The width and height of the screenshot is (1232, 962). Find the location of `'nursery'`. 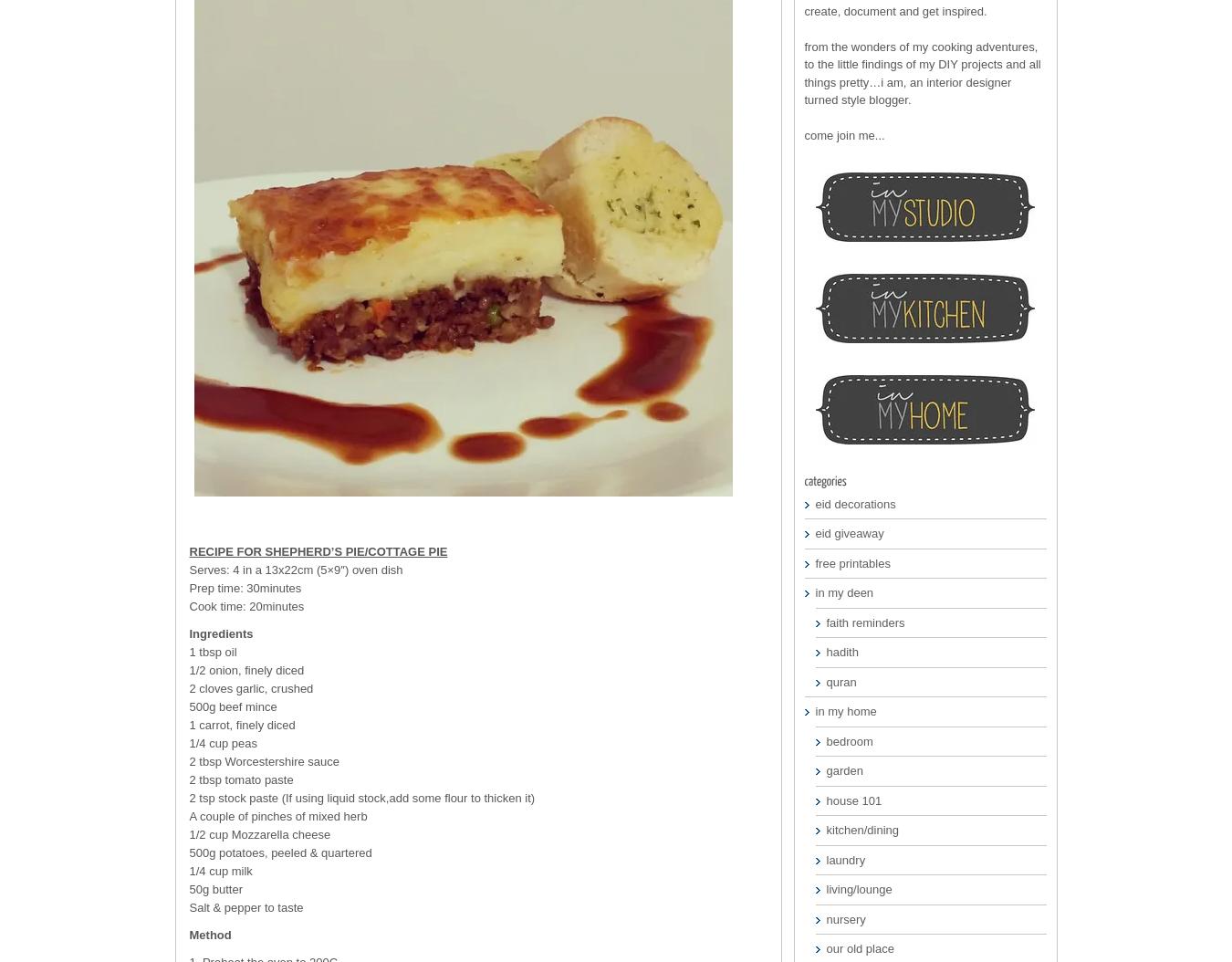

'nursery' is located at coordinates (844, 917).